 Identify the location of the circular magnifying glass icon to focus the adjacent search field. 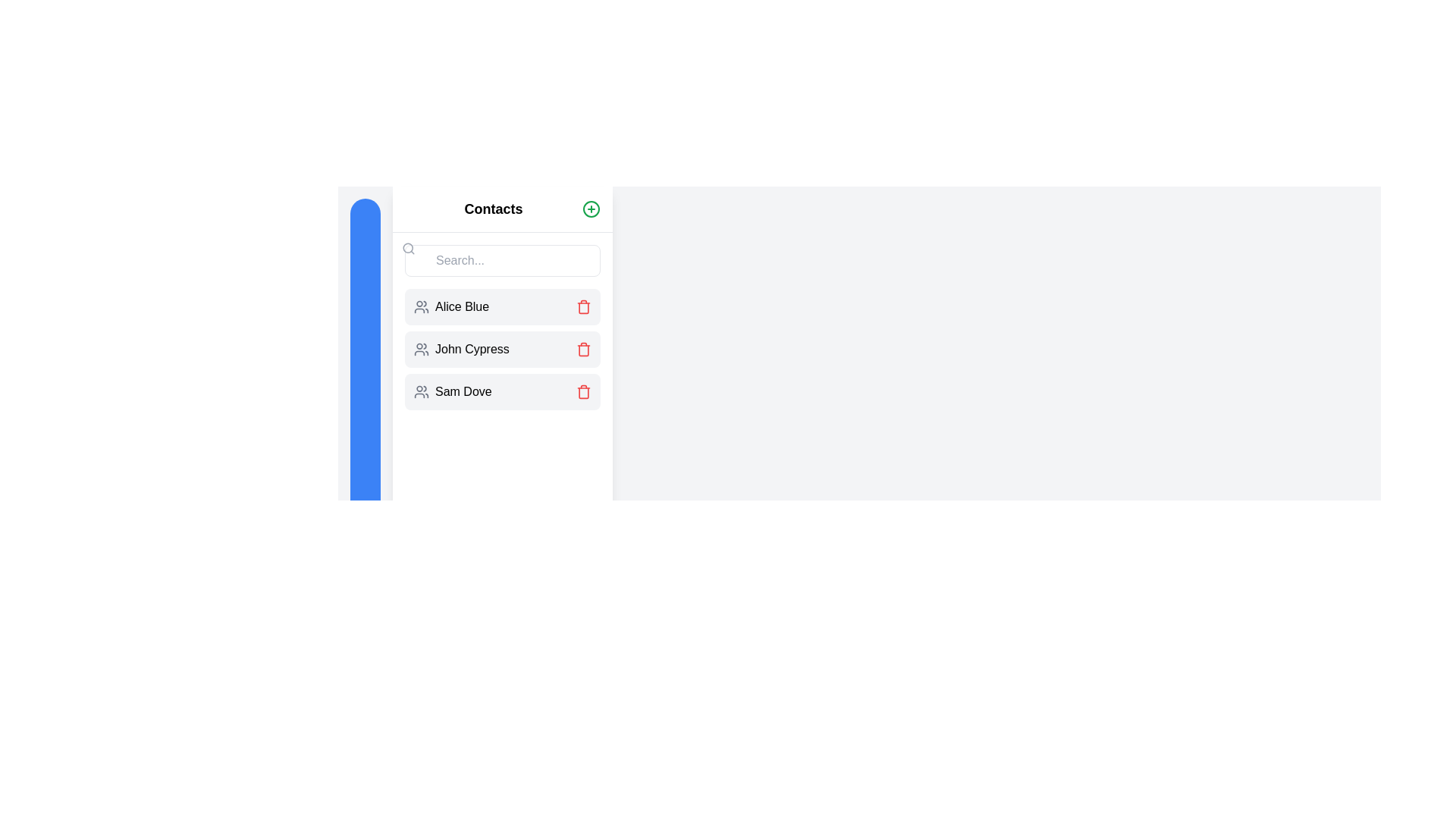
(408, 247).